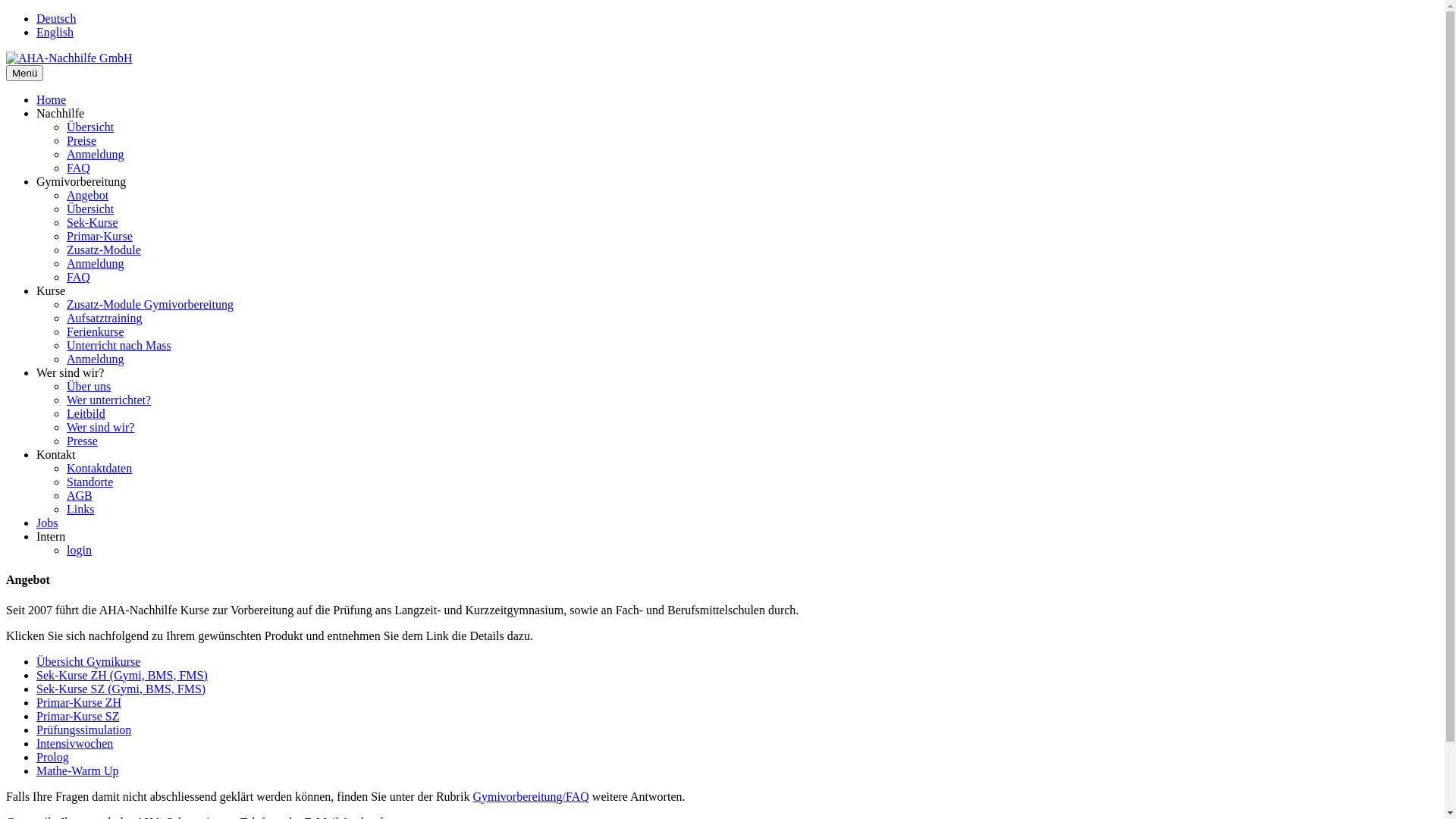 This screenshot has height=819, width=1456. What do you see at coordinates (79, 495) in the screenshot?
I see `'AGB'` at bounding box center [79, 495].